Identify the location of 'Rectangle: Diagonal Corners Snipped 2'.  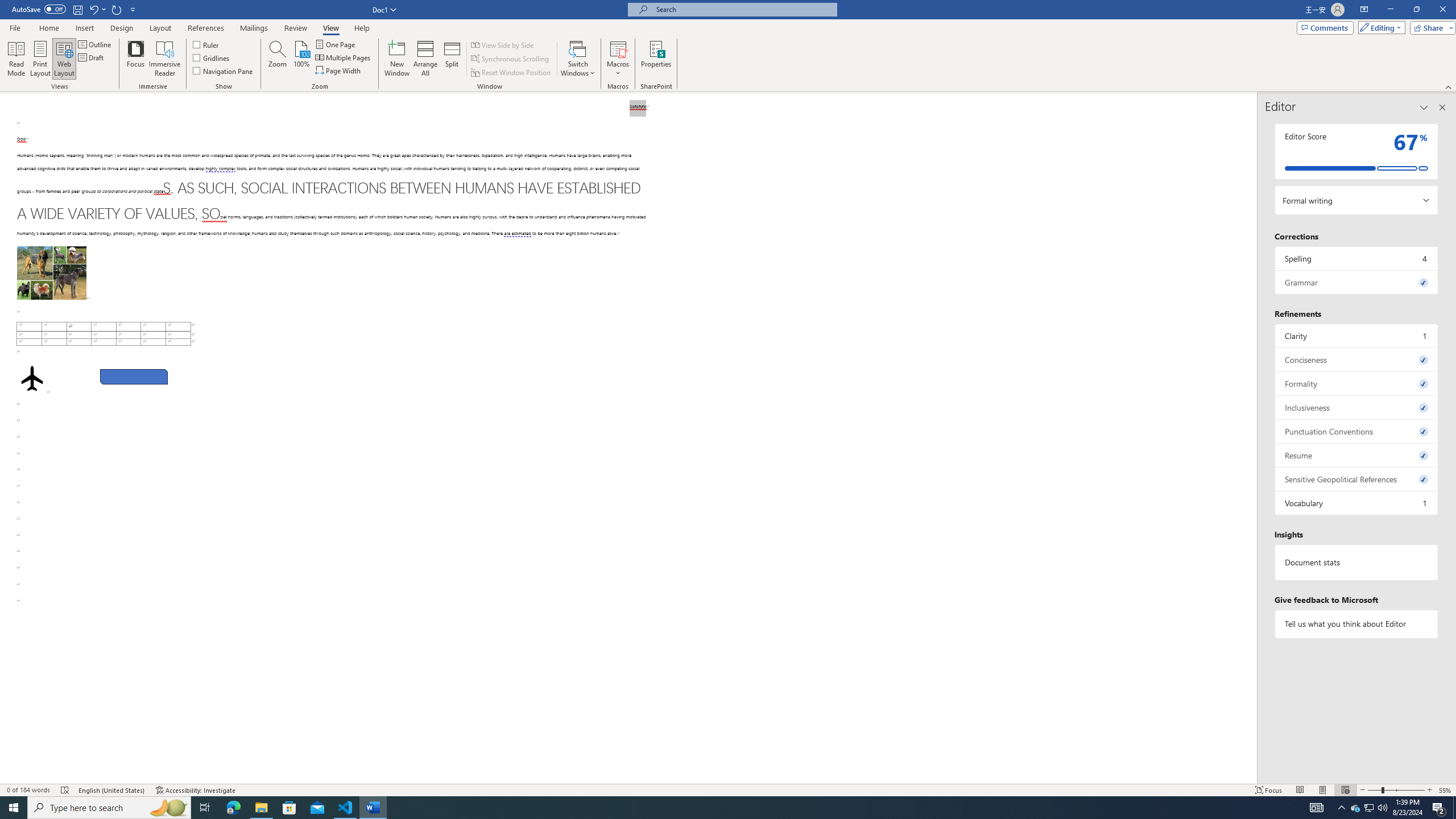
(134, 377).